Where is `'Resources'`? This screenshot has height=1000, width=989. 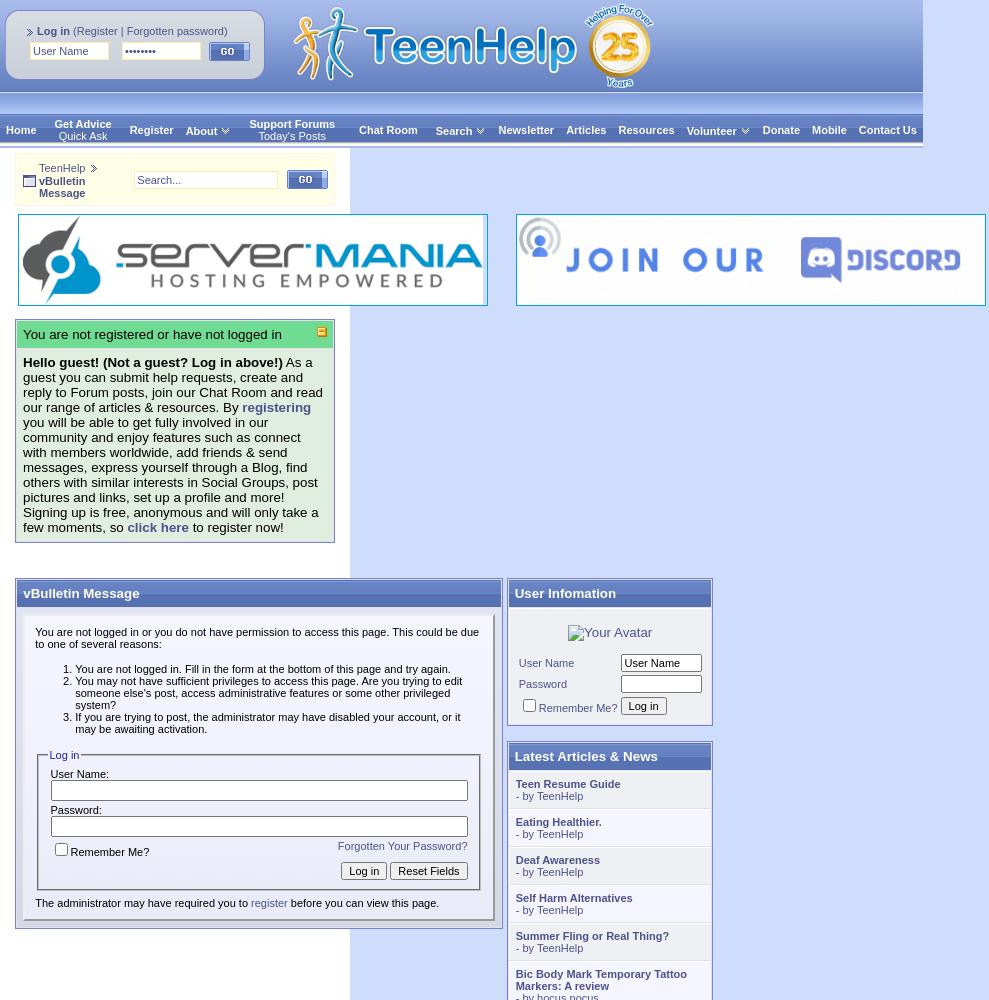 'Resources' is located at coordinates (646, 130).